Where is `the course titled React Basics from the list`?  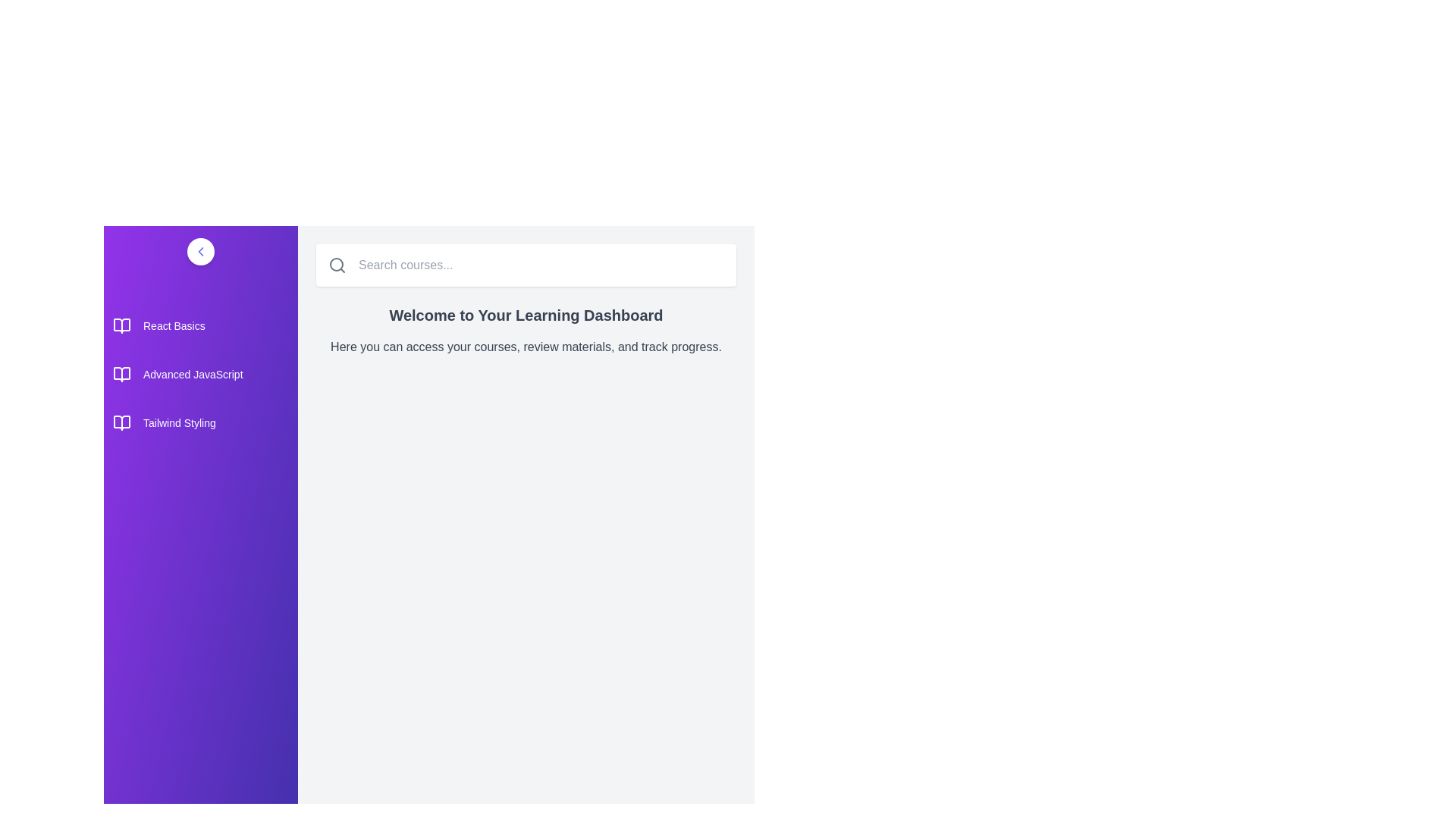 the course titled React Basics from the list is located at coordinates (199, 325).